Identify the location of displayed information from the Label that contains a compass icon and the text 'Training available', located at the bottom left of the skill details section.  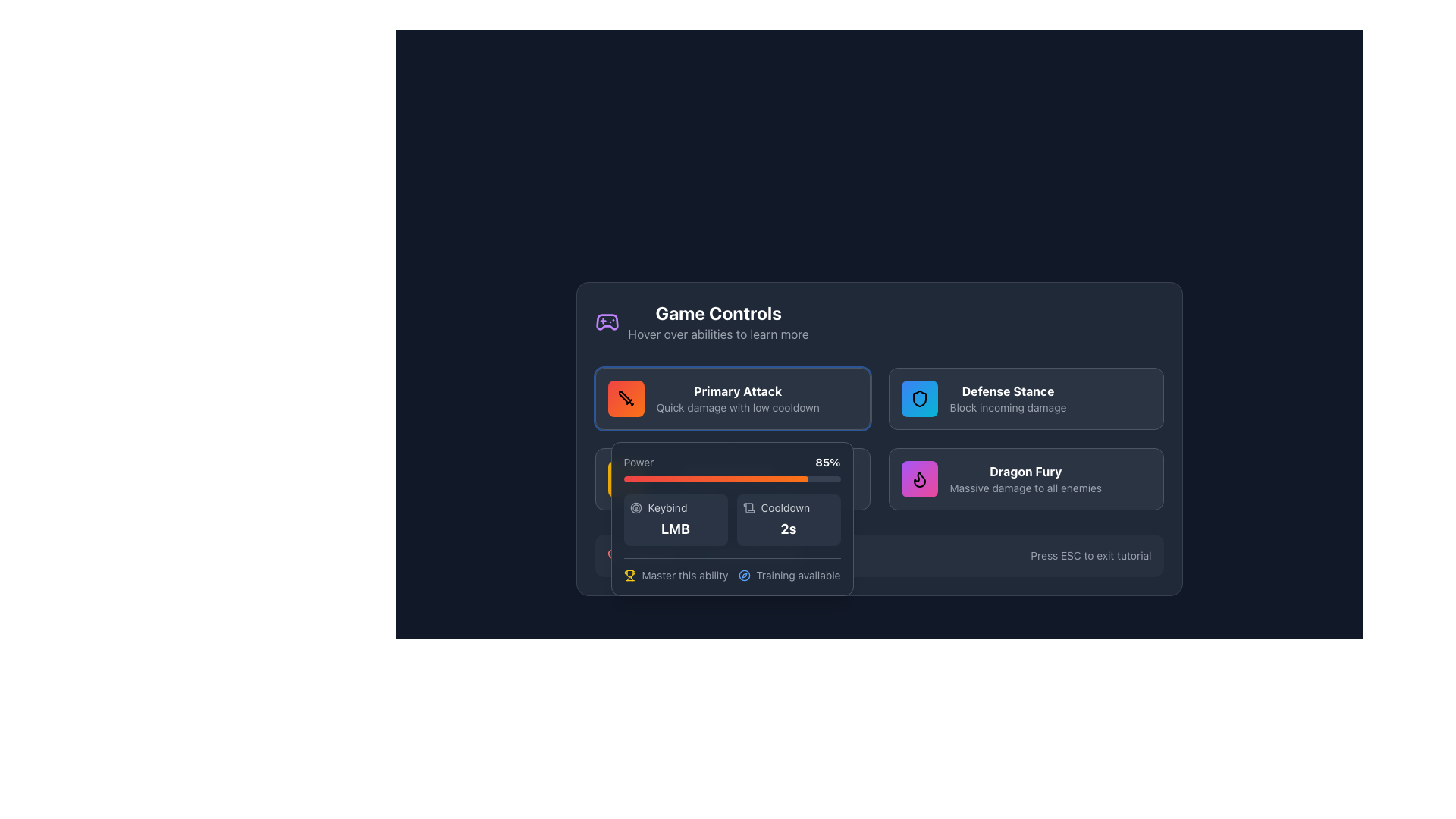
(789, 576).